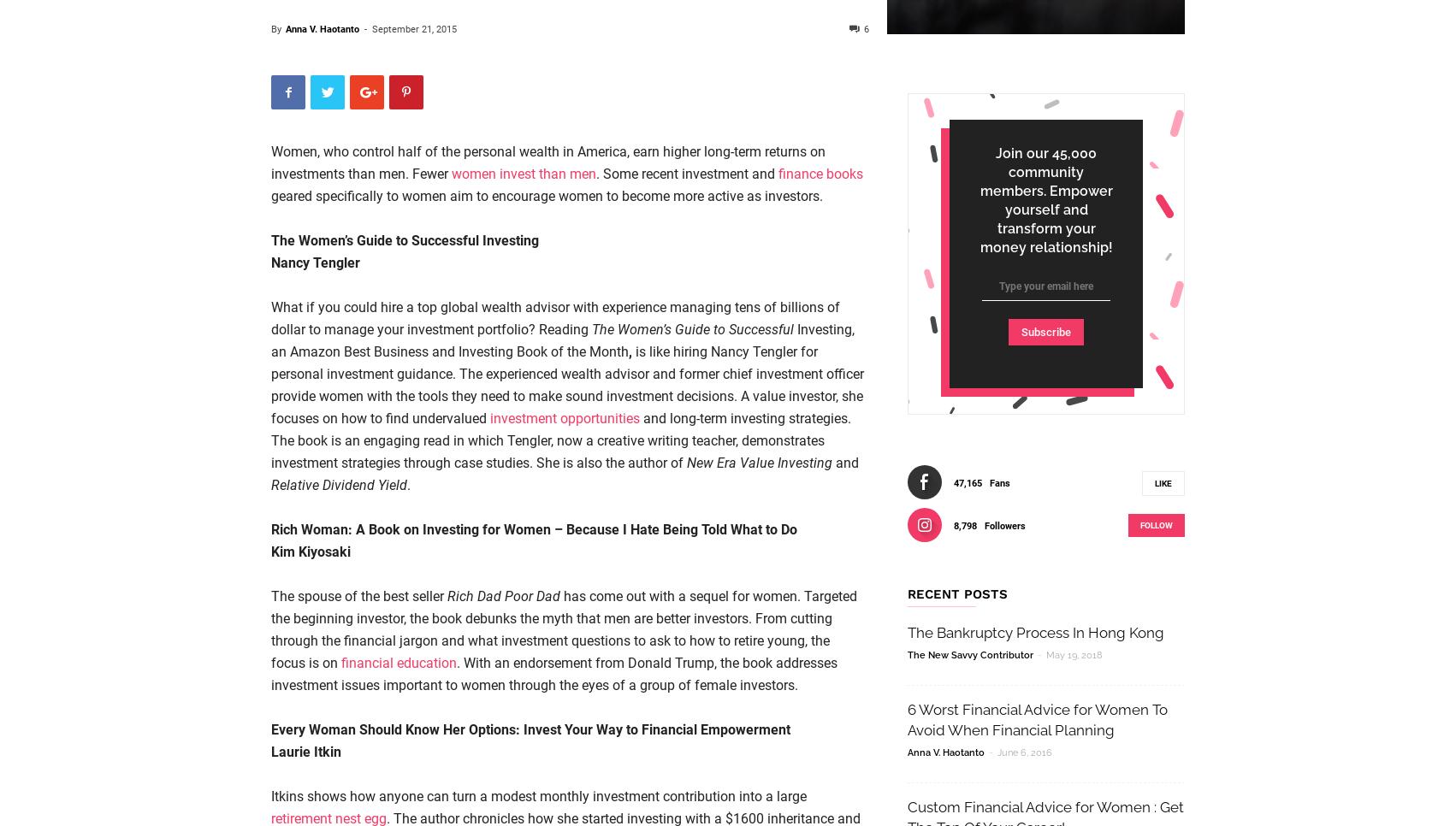 Image resolution: width=1456 pixels, height=826 pixels. I want to click on 'Join our 45,000 community members. Empower yourself and transform your money relationship!', so click(1045, 199).